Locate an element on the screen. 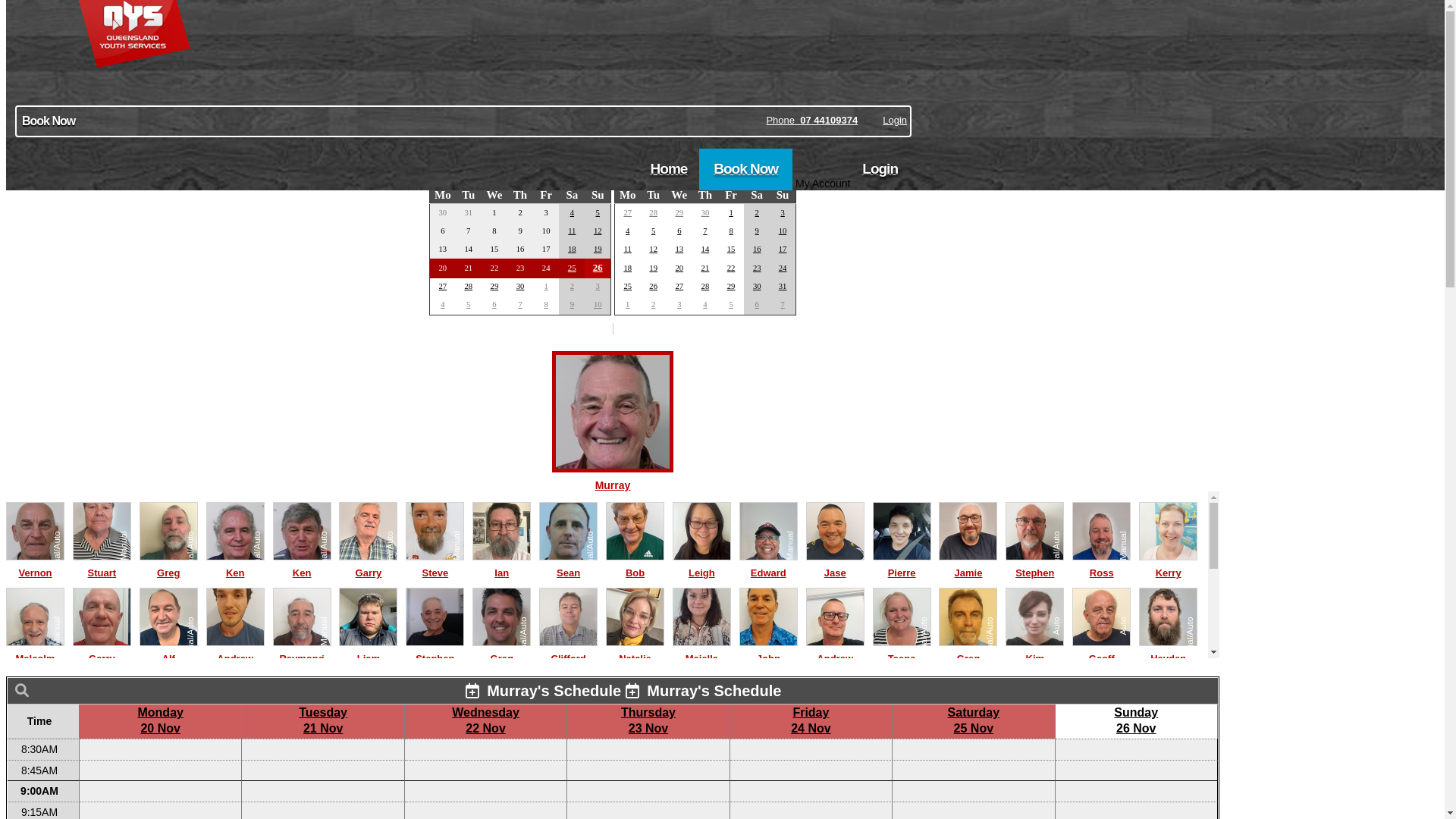 This screenshot has height=819, width=1456. 'Reg is located at coordinates (273, 736).